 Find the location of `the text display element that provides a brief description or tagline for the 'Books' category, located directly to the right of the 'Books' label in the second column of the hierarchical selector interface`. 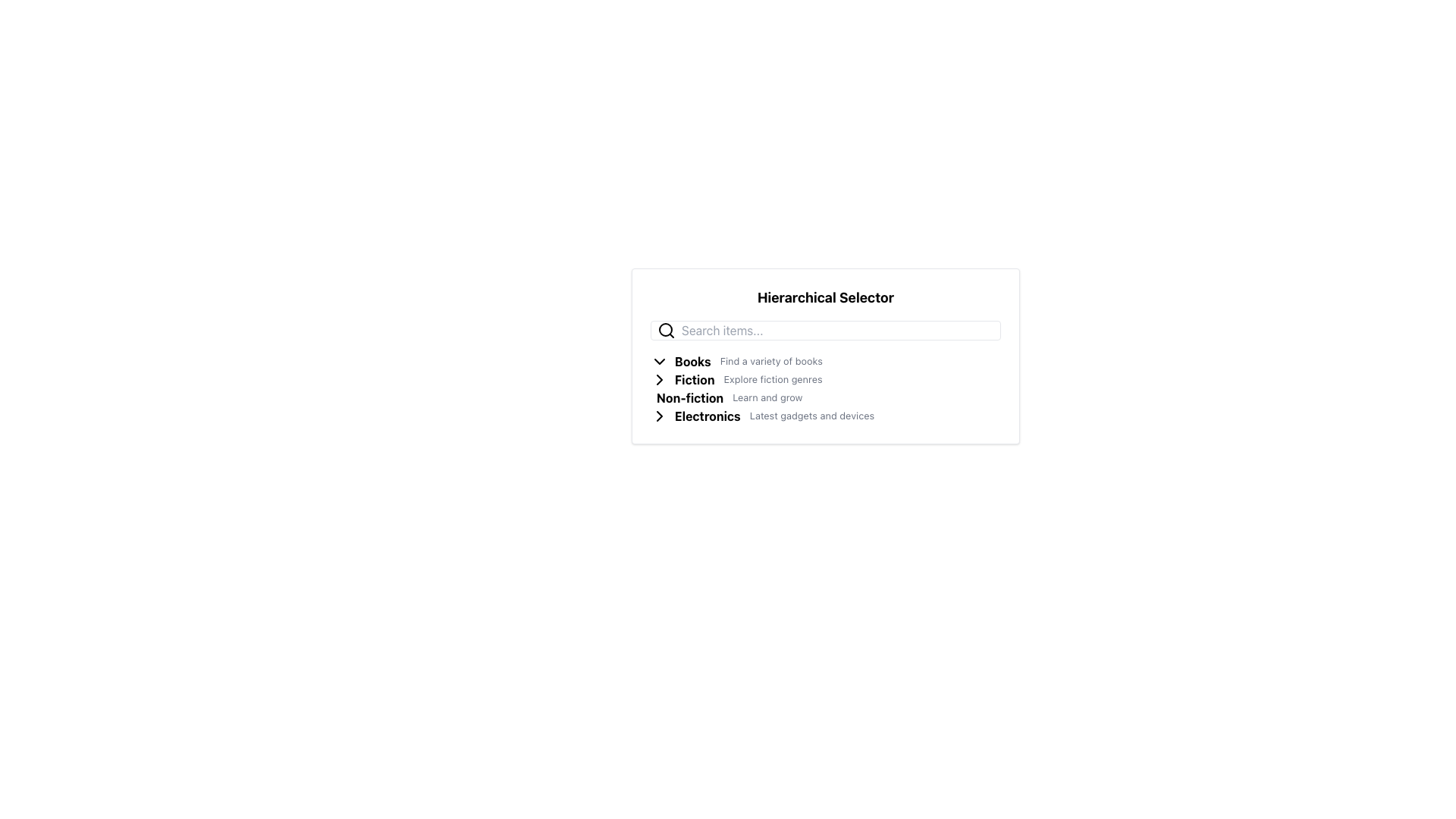

the text display element that provides a brief description or tagline for the 'Books' category, located directly to the right of the 'Books' label in the second column of the hierarchical selector interface is located at coordinates (771, 362).